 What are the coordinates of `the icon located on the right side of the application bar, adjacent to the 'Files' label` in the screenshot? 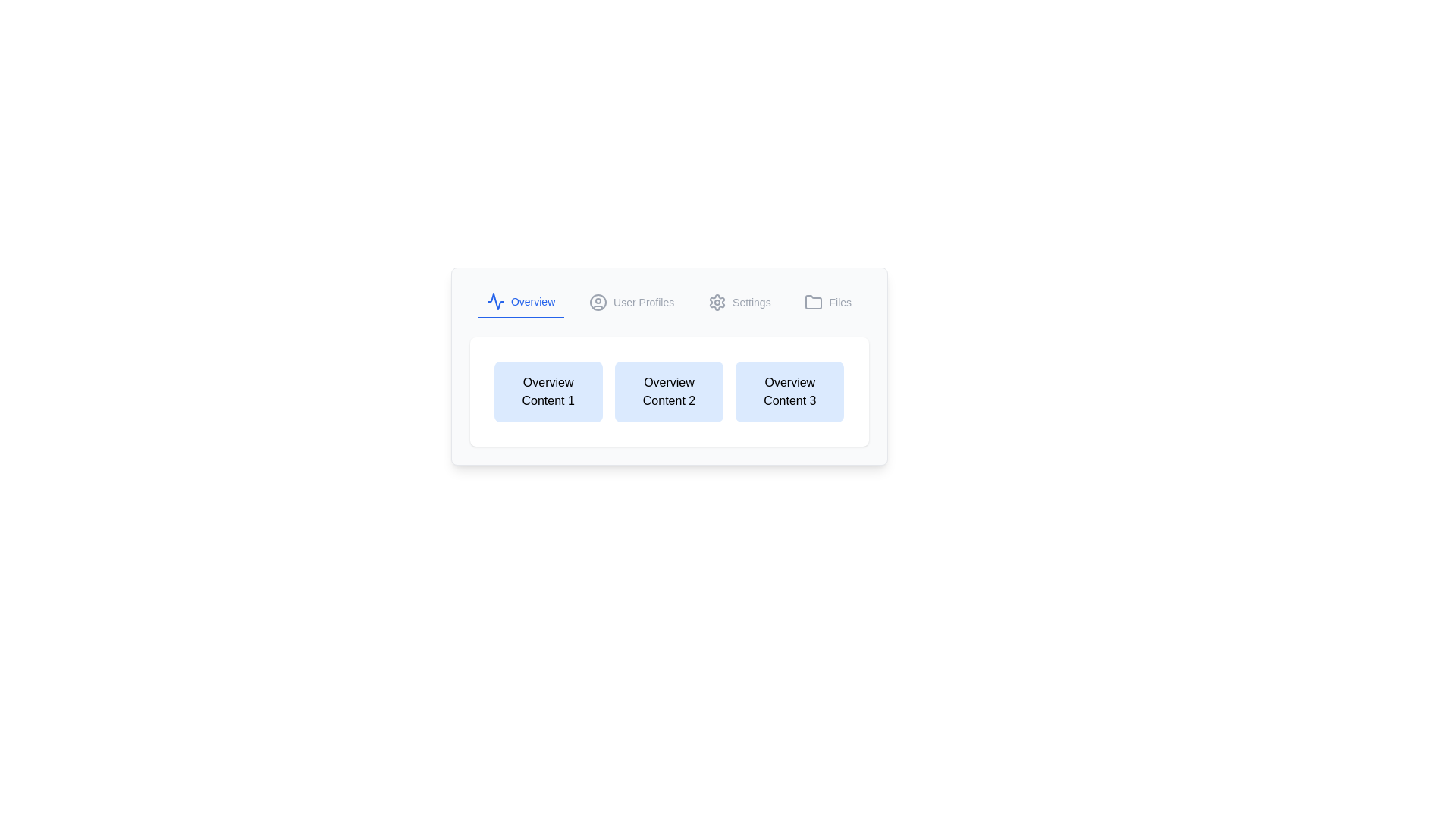 It's located at (813, 302).